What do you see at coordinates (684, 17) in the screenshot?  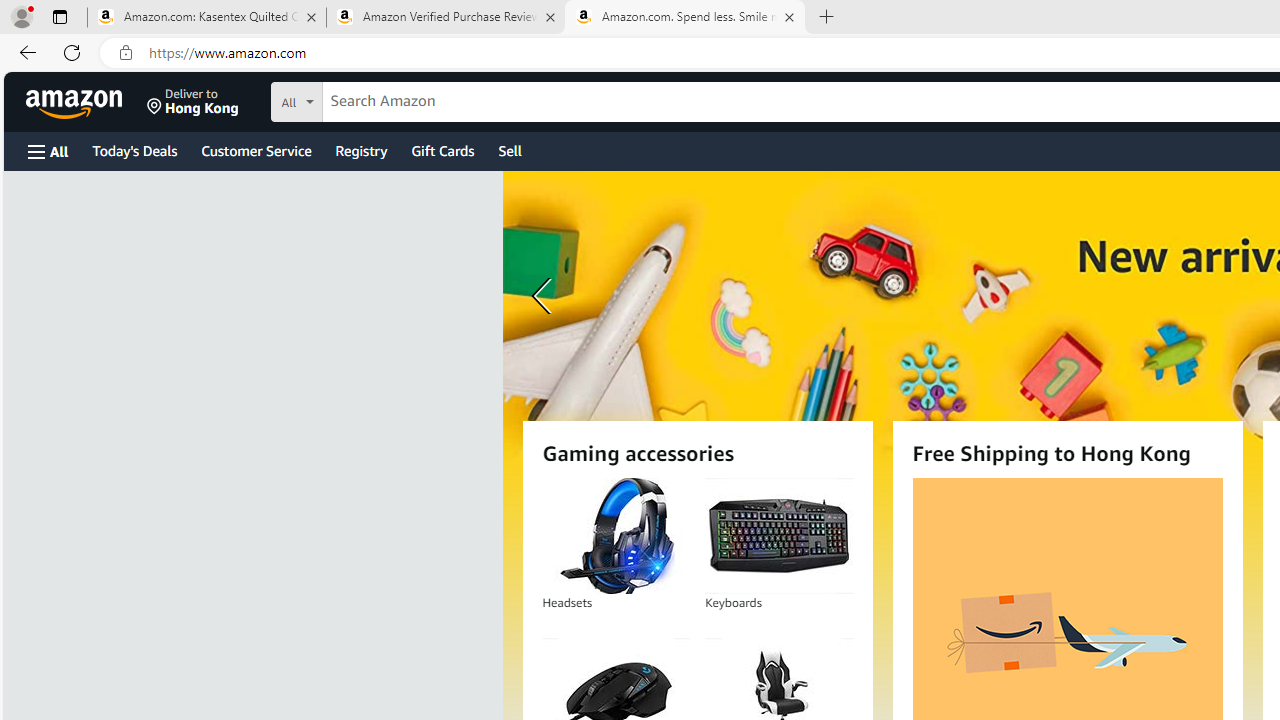 I see `'Amazon.com. Spend less. Smile more.'` at bounding box center [684, 17].